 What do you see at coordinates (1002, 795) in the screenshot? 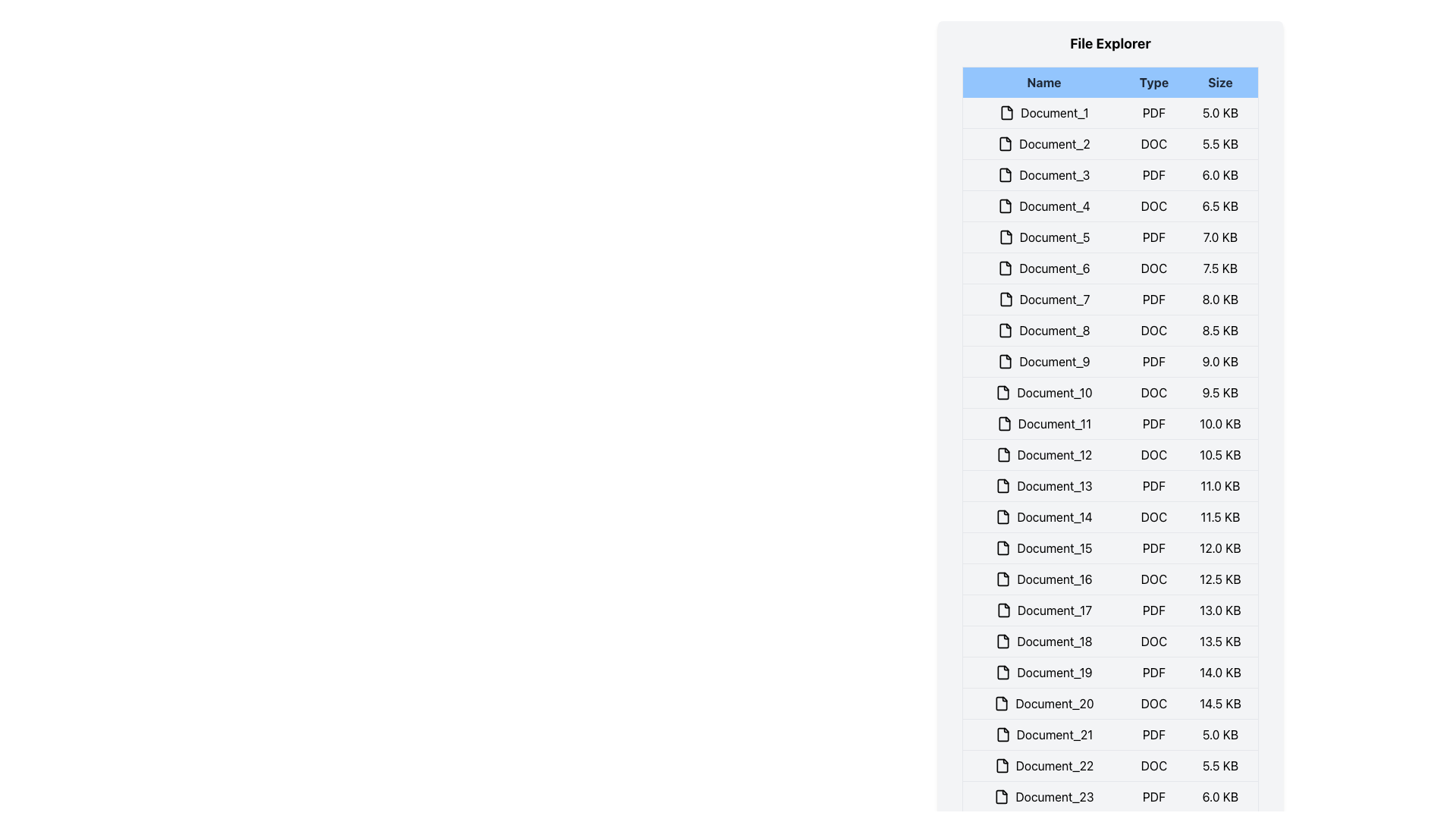
I see `the document icon representing 'Document_23', which is located at the left side of the list entry containing the text 'Document_23'` at bounding box center [1002, 795].